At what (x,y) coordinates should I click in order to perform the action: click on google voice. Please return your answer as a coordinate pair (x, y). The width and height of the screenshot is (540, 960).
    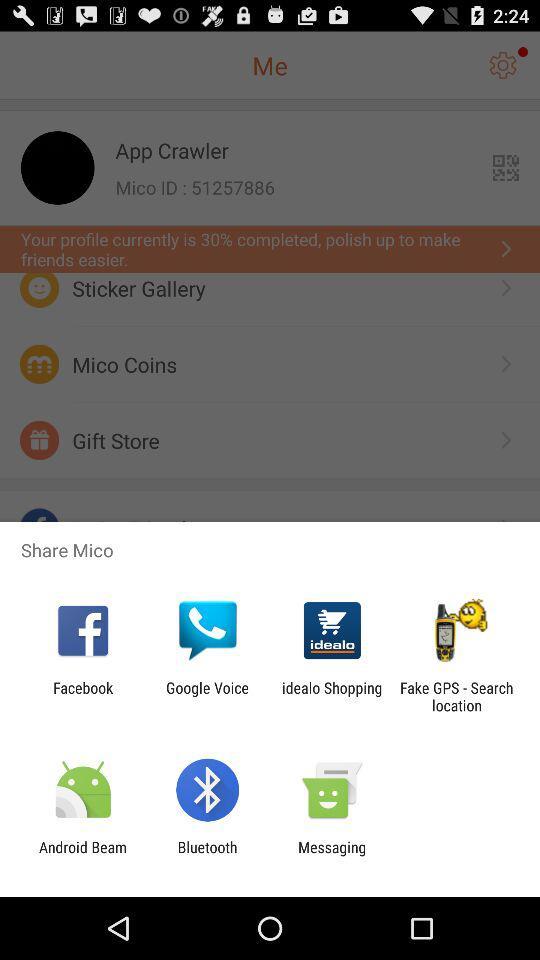
    Looking at the image, I should click on (206, 696).